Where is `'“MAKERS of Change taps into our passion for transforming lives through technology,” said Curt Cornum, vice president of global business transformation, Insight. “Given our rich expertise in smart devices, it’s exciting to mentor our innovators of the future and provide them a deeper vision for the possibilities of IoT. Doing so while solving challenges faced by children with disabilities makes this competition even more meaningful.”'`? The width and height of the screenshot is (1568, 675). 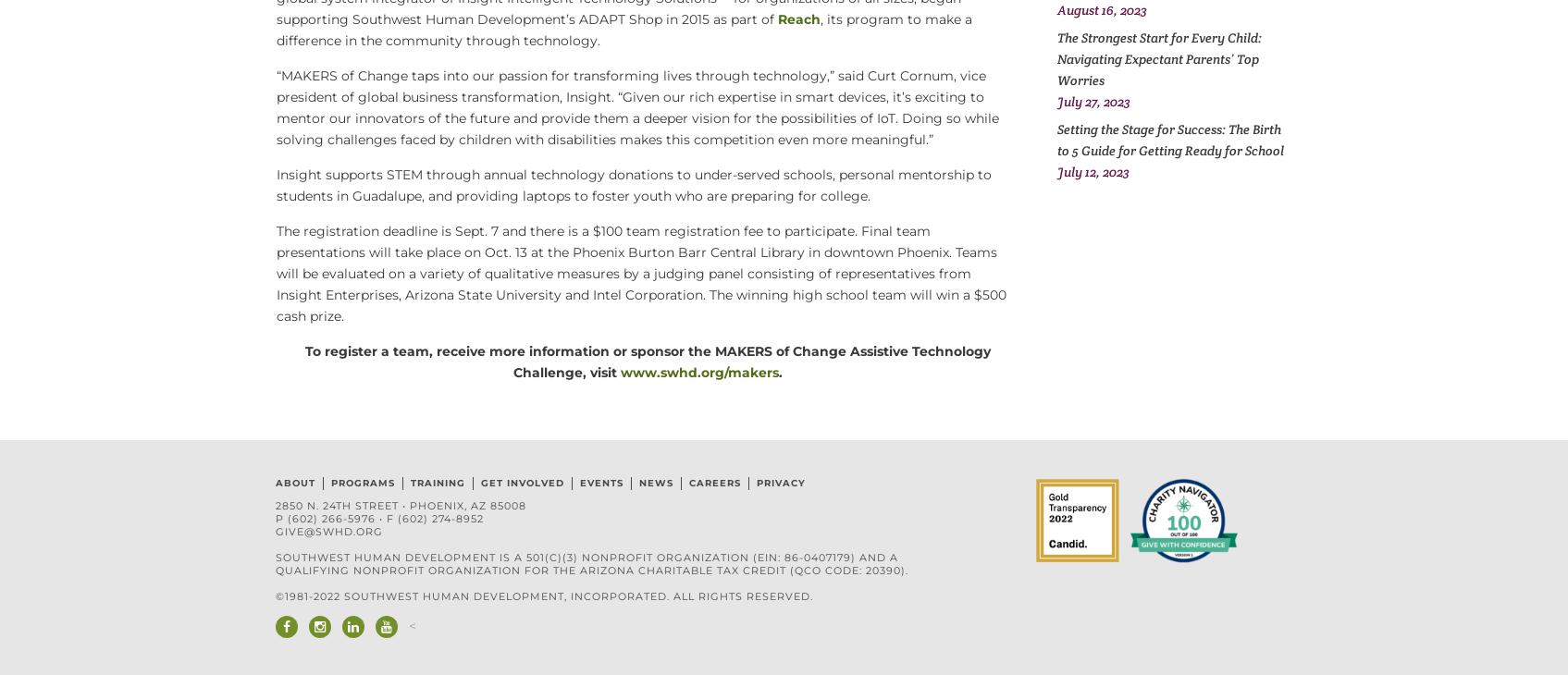 '“MAKERS of Change taps into our passion for transforming lives through technology,” said Curt Cornum, vice president of global business transformation, Insight. “Given our rich expertise in smart devices, it’s exciting to mentor our innovators of the future and provide them a deeper vision for the possibilities of IoT. Doing so while solving challenges faced by children with disabilities makes this competition even more meaningful.”' is located at coordinates (636, 106).